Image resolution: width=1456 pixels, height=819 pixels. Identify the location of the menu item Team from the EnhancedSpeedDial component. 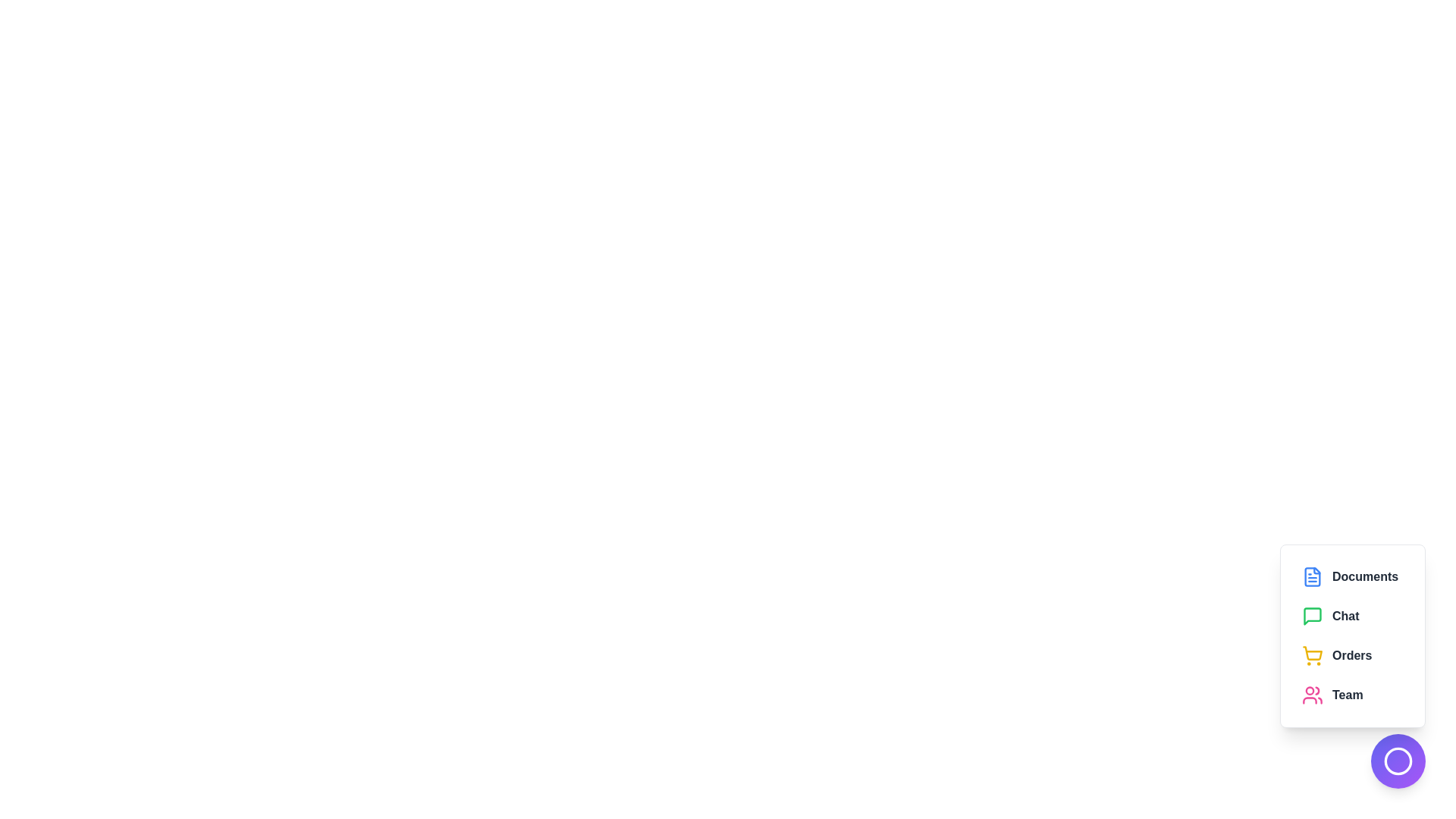
(1353, 695).